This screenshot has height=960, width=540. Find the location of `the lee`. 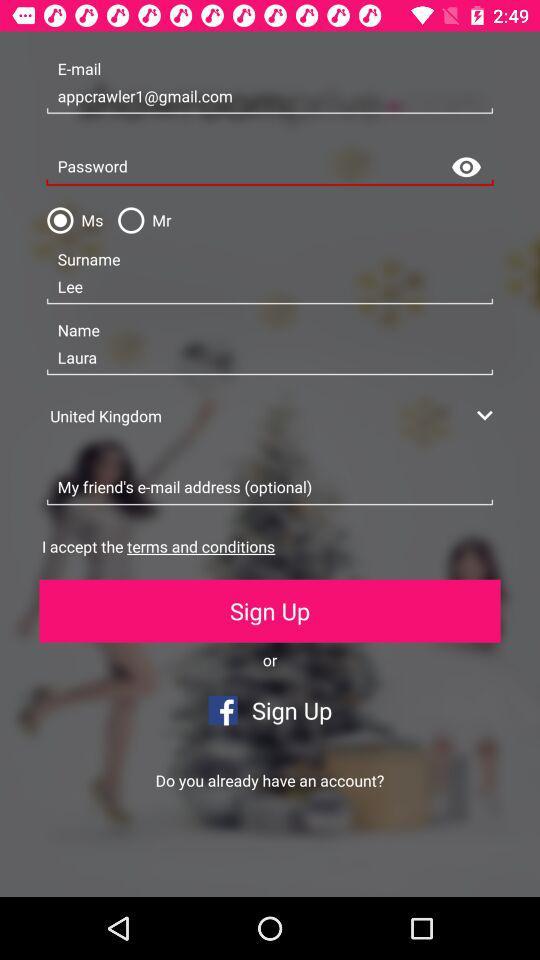

the lee is located at coordinates (270, 286).